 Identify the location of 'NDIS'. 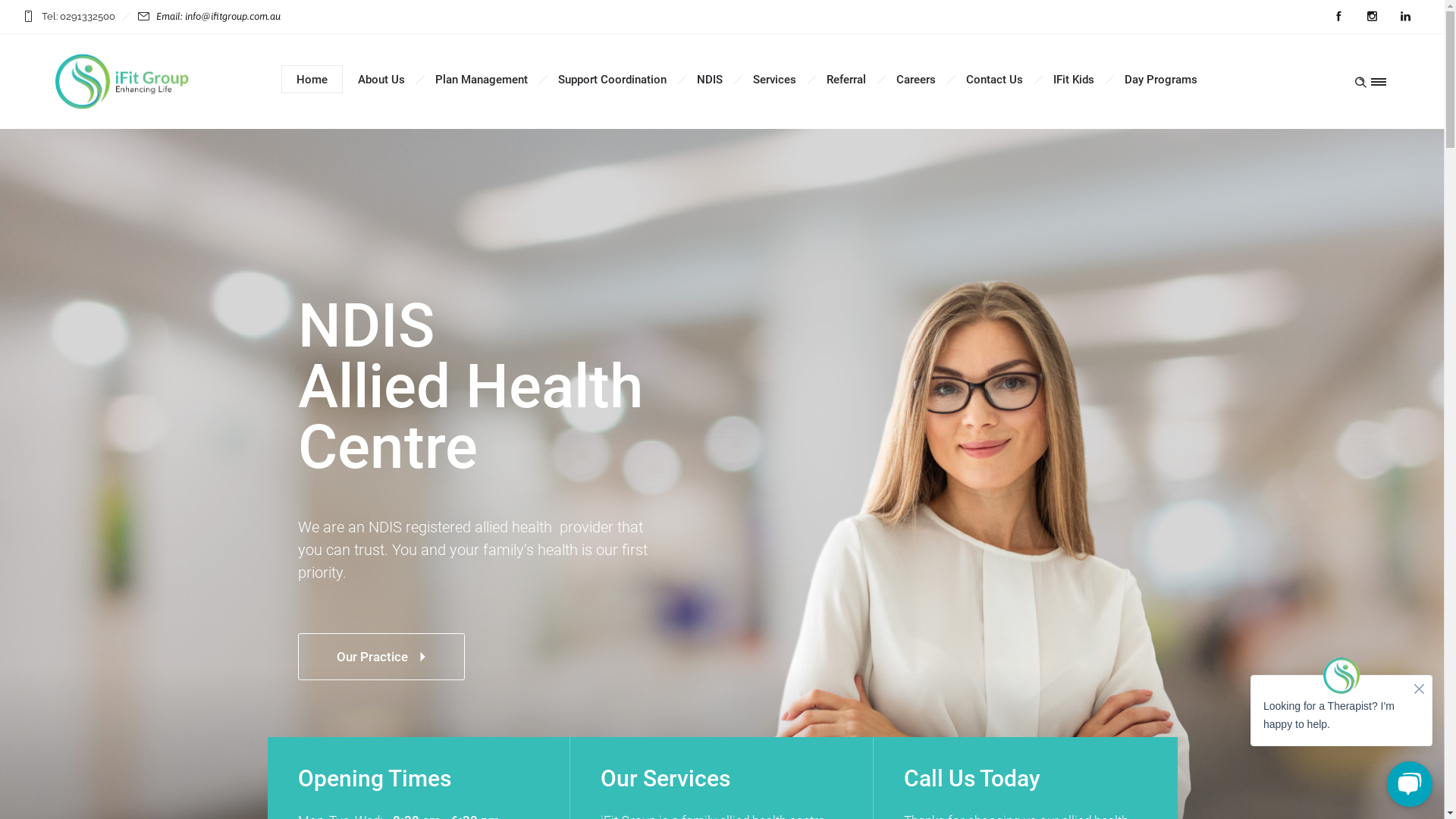
(709, 79).